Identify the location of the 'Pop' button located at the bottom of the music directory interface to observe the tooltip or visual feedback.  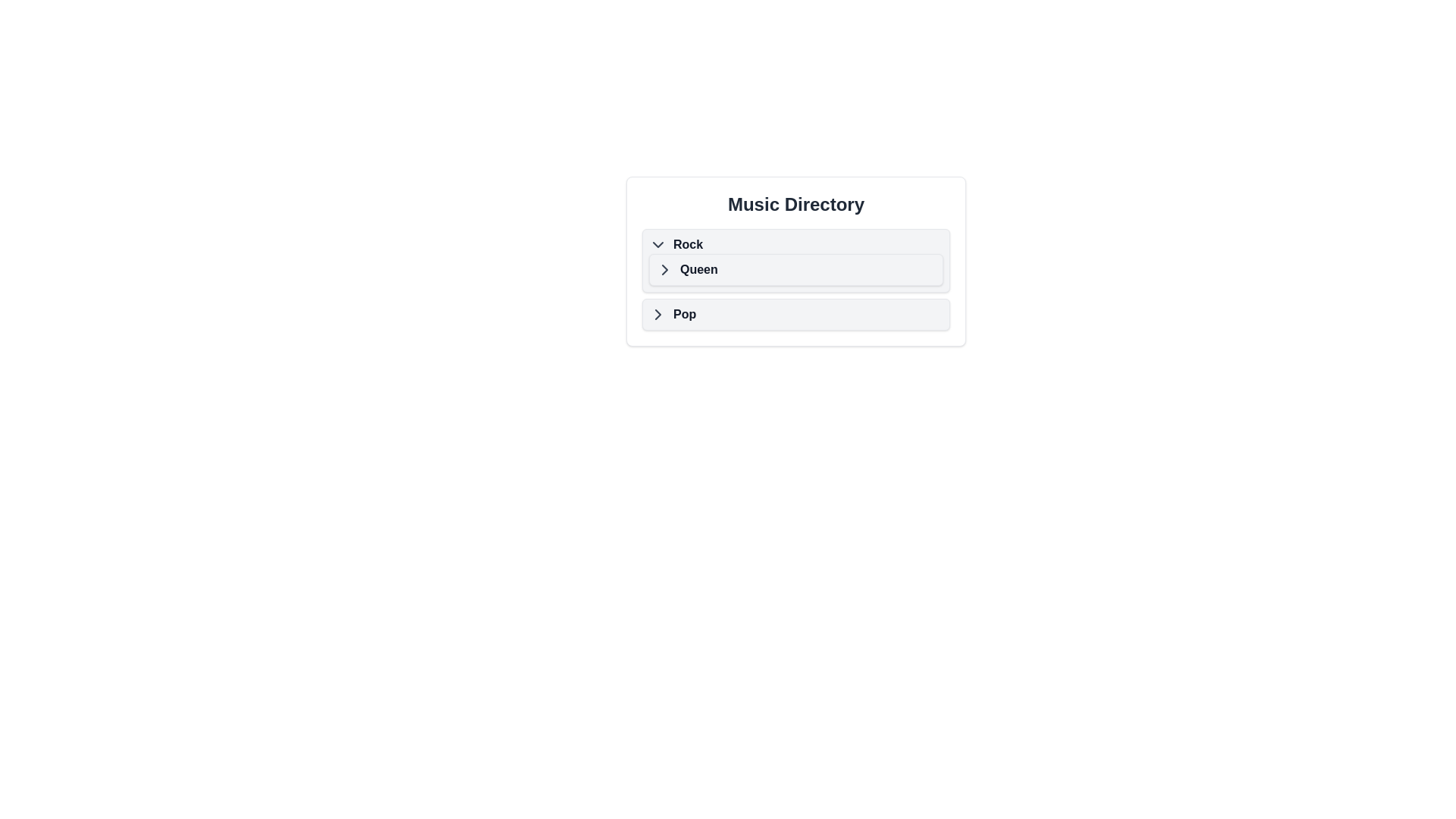
(795, 314).